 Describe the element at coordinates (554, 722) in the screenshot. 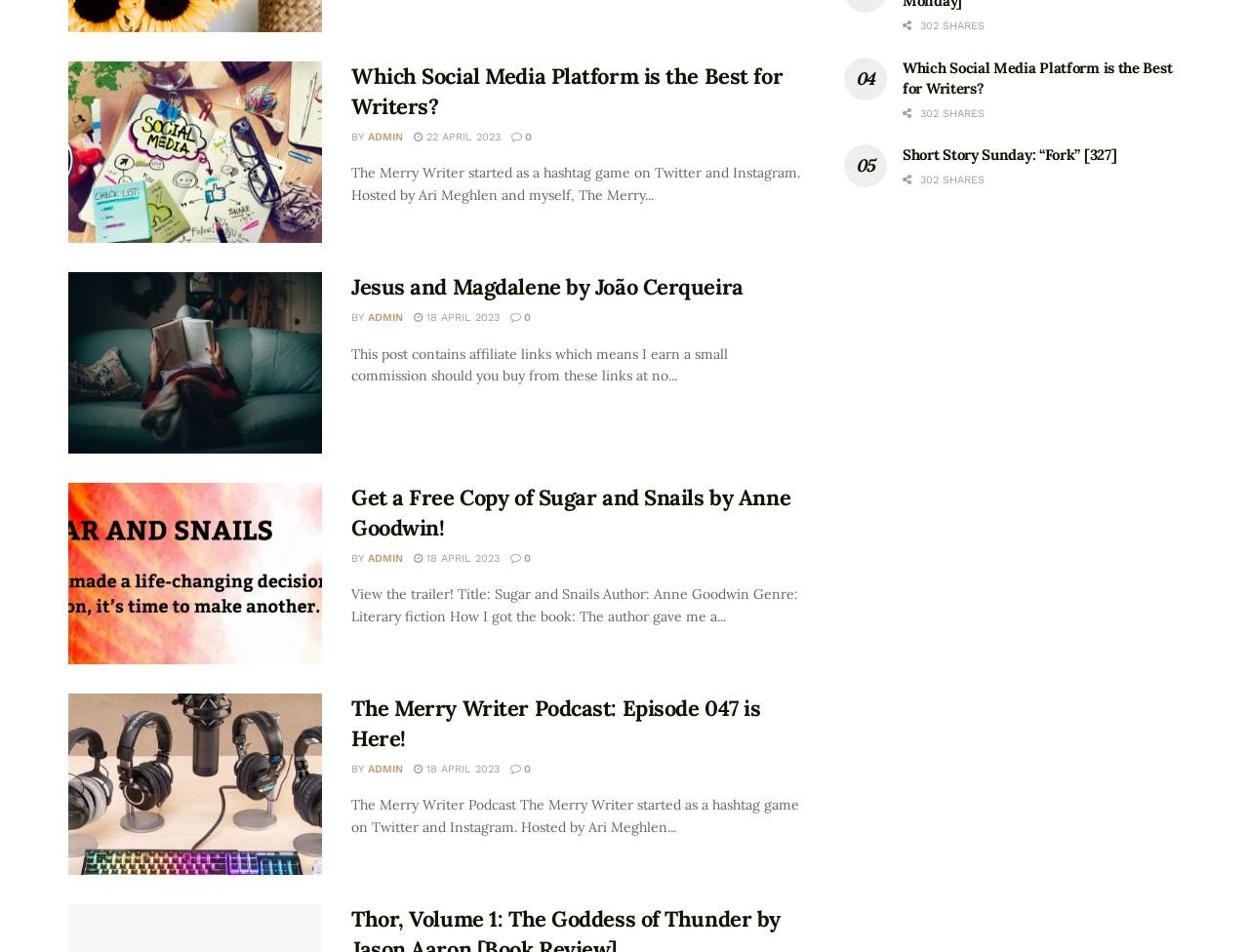

I see `'The Merry Writer Podcast: Episode 047 is Here!'` at that location.